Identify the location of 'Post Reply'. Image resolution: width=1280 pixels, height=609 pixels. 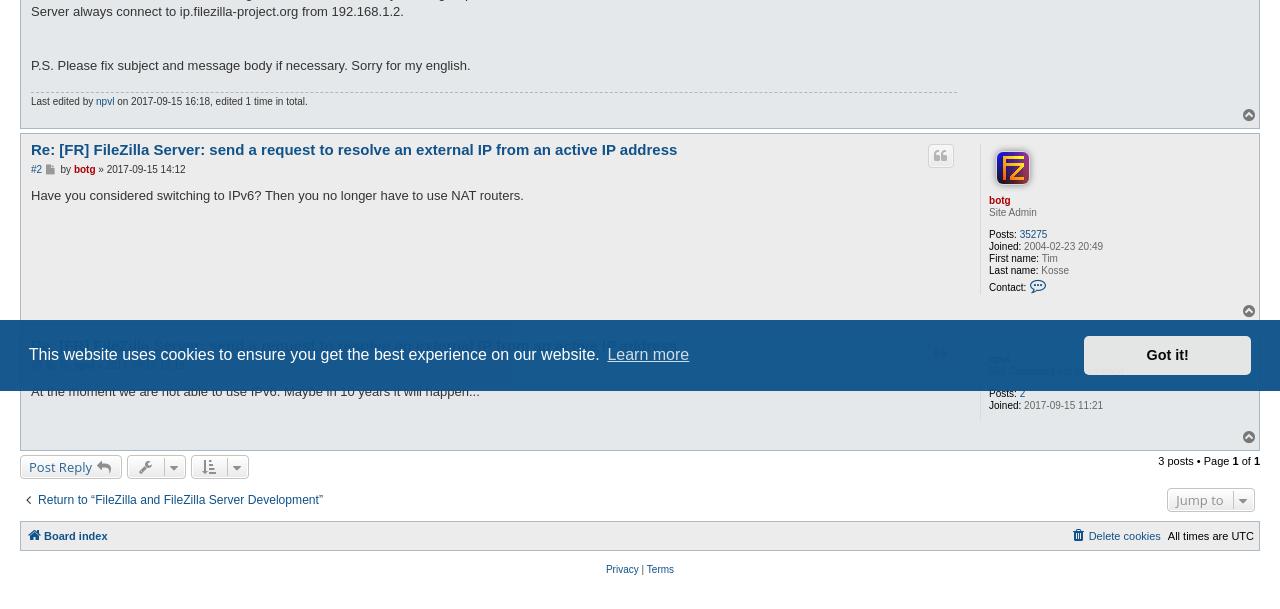
(60, 466).